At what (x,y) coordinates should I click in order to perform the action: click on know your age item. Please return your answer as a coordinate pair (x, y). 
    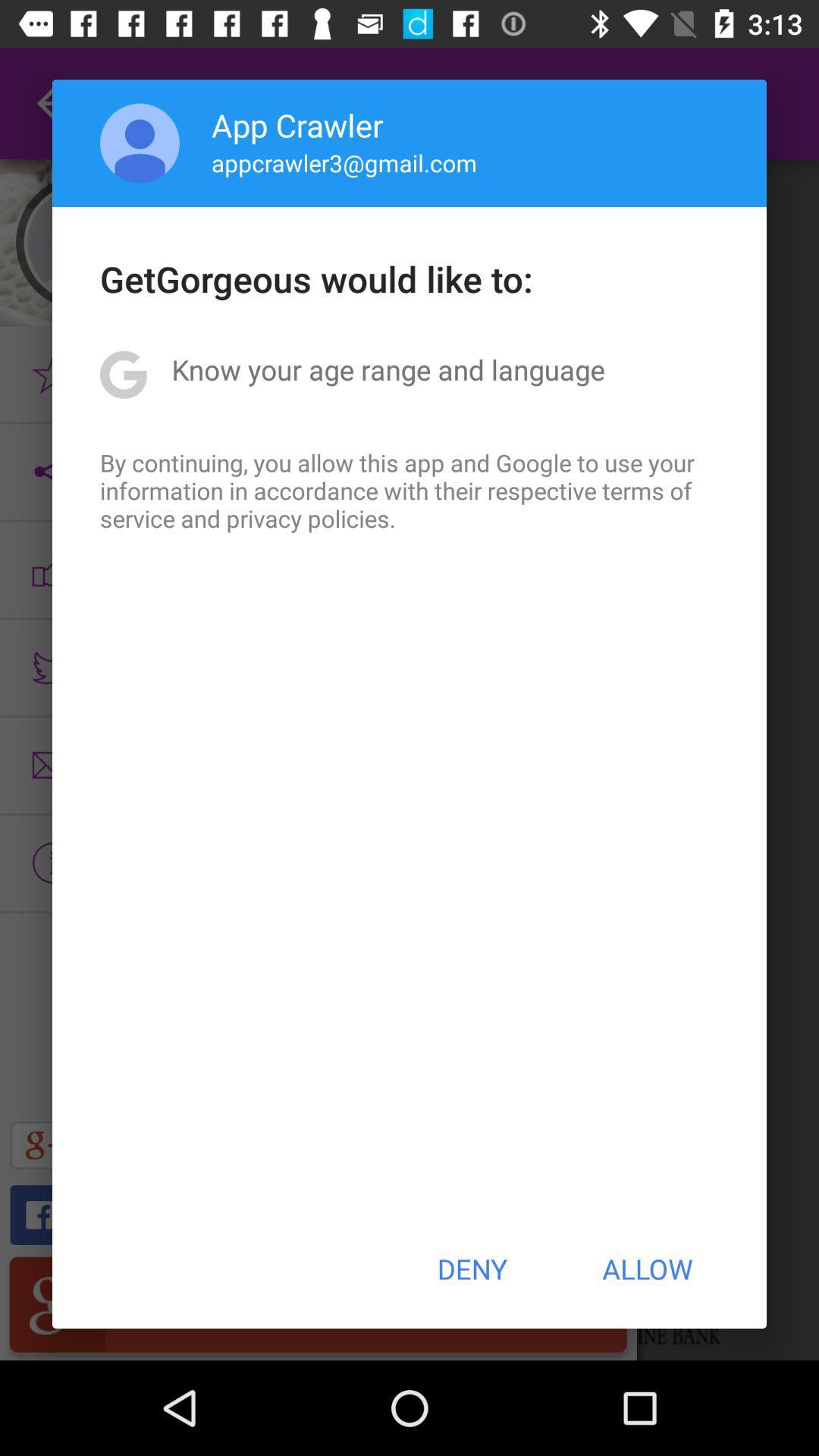
    Looking at the image, I should click on (388, 369).